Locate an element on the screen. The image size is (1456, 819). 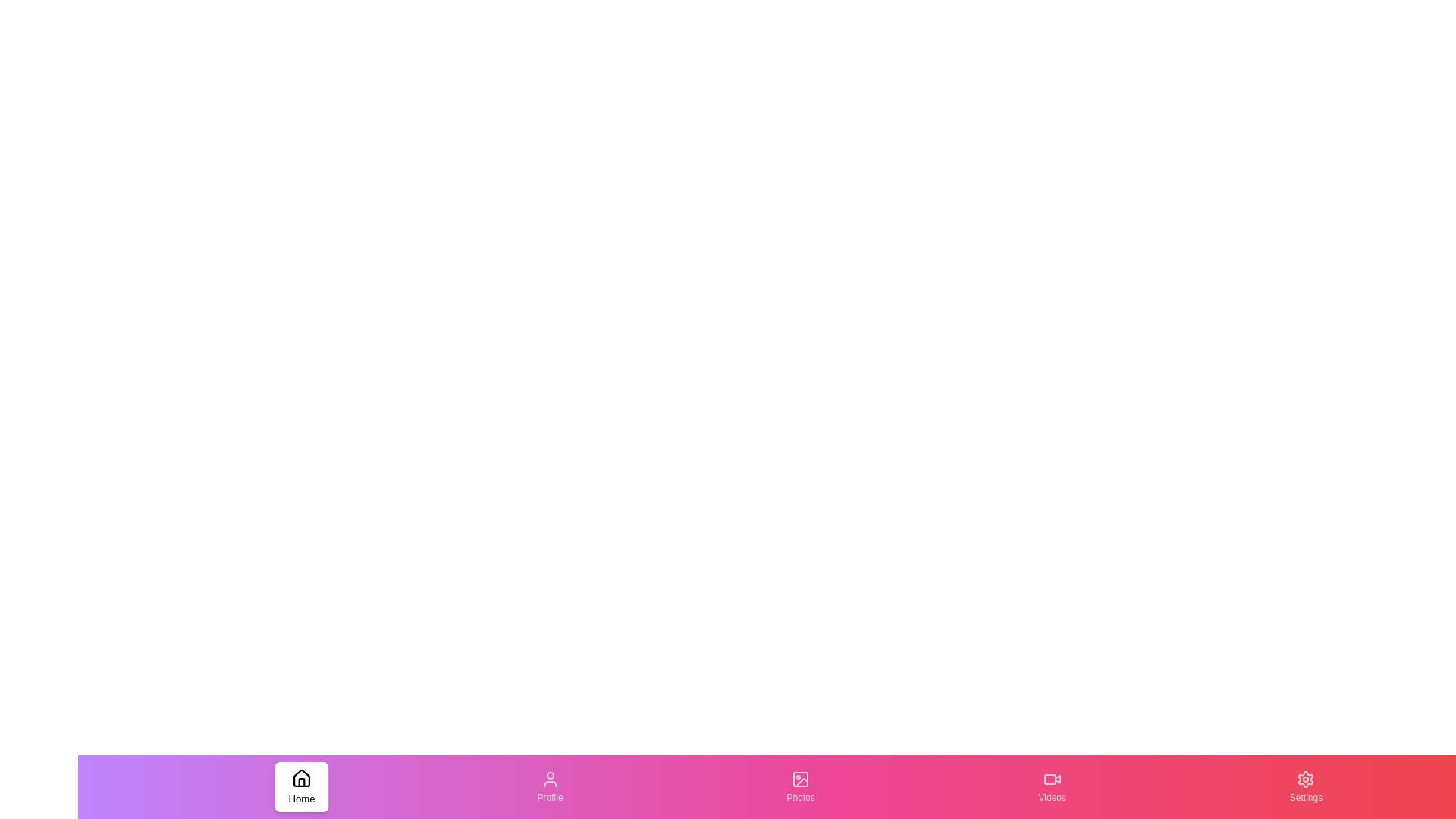
the tab labeled Profile is located at coordinates (549, 786).